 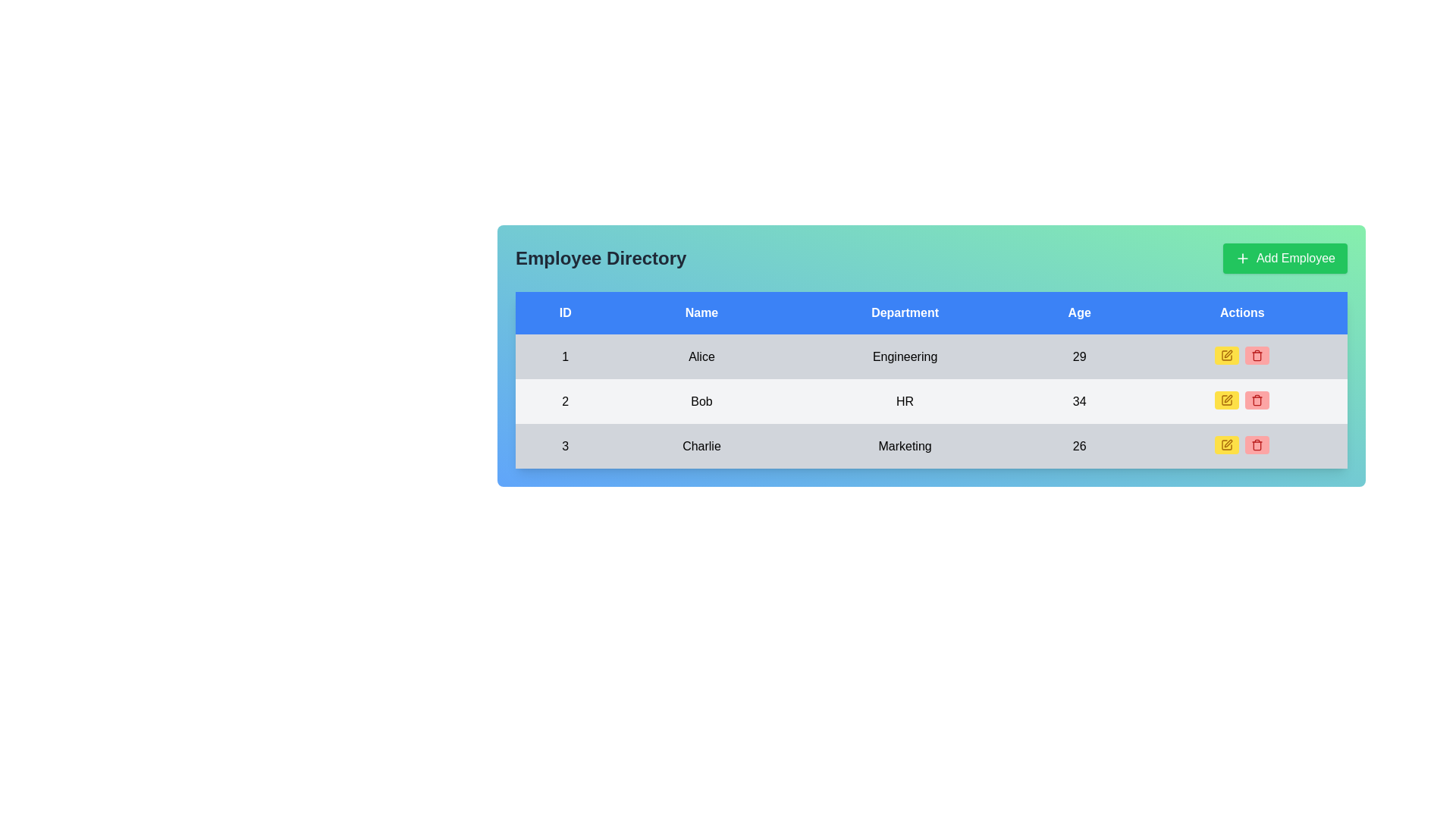 What do you see at coordinates (905, 400) in the screenshot?
I see `the static text label displaying 'HR' in the 'Department' column for the entry 'Bob' in the table` at bounding box center [905, 400].